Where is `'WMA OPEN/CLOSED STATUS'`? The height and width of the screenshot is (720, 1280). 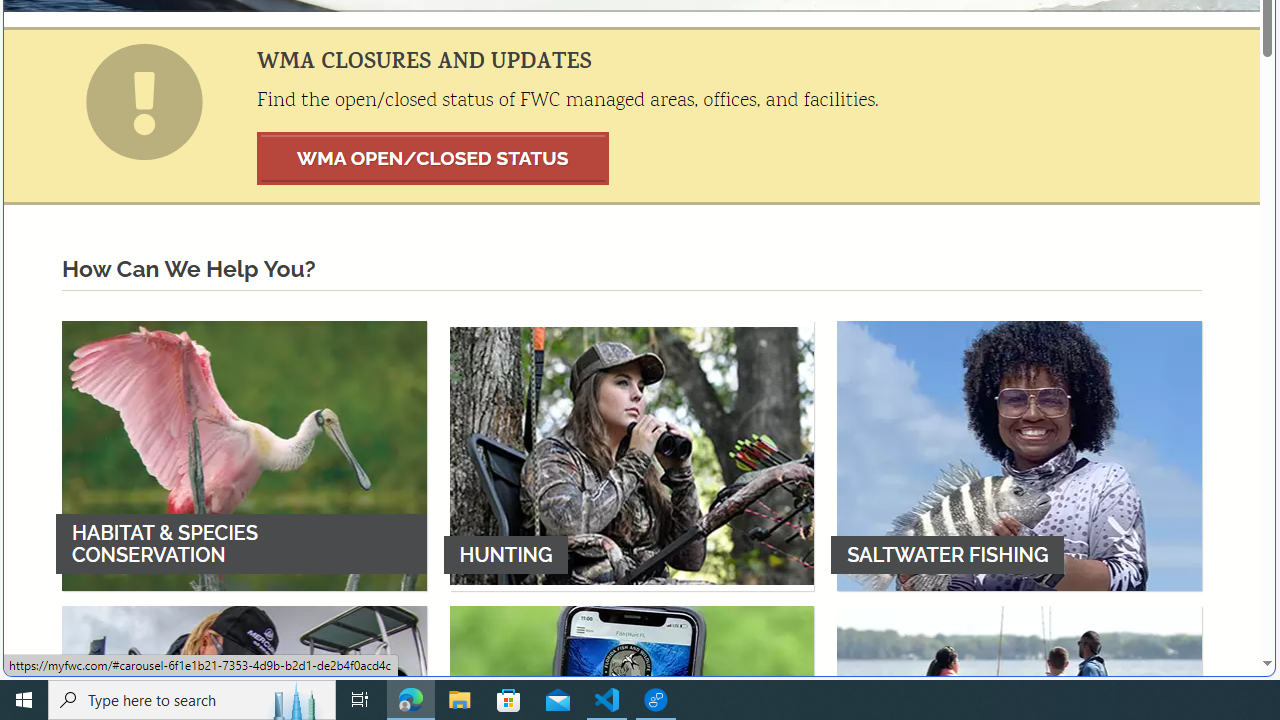
'WMA OPEN/CLOSED STATUS' is located at coordinates (432, 157).